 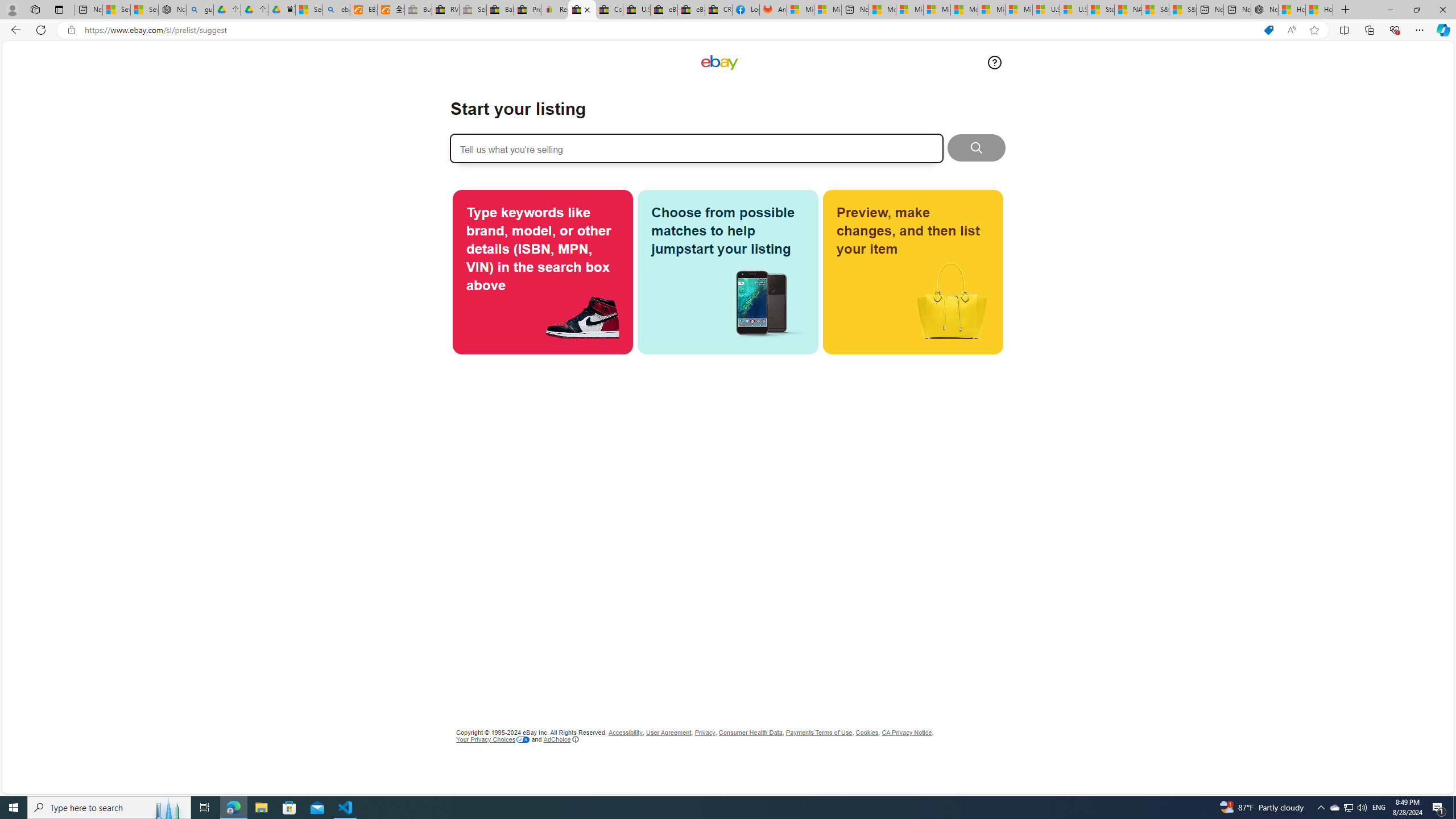 I want to click on 'Privacy', so click(x=705, y=732).